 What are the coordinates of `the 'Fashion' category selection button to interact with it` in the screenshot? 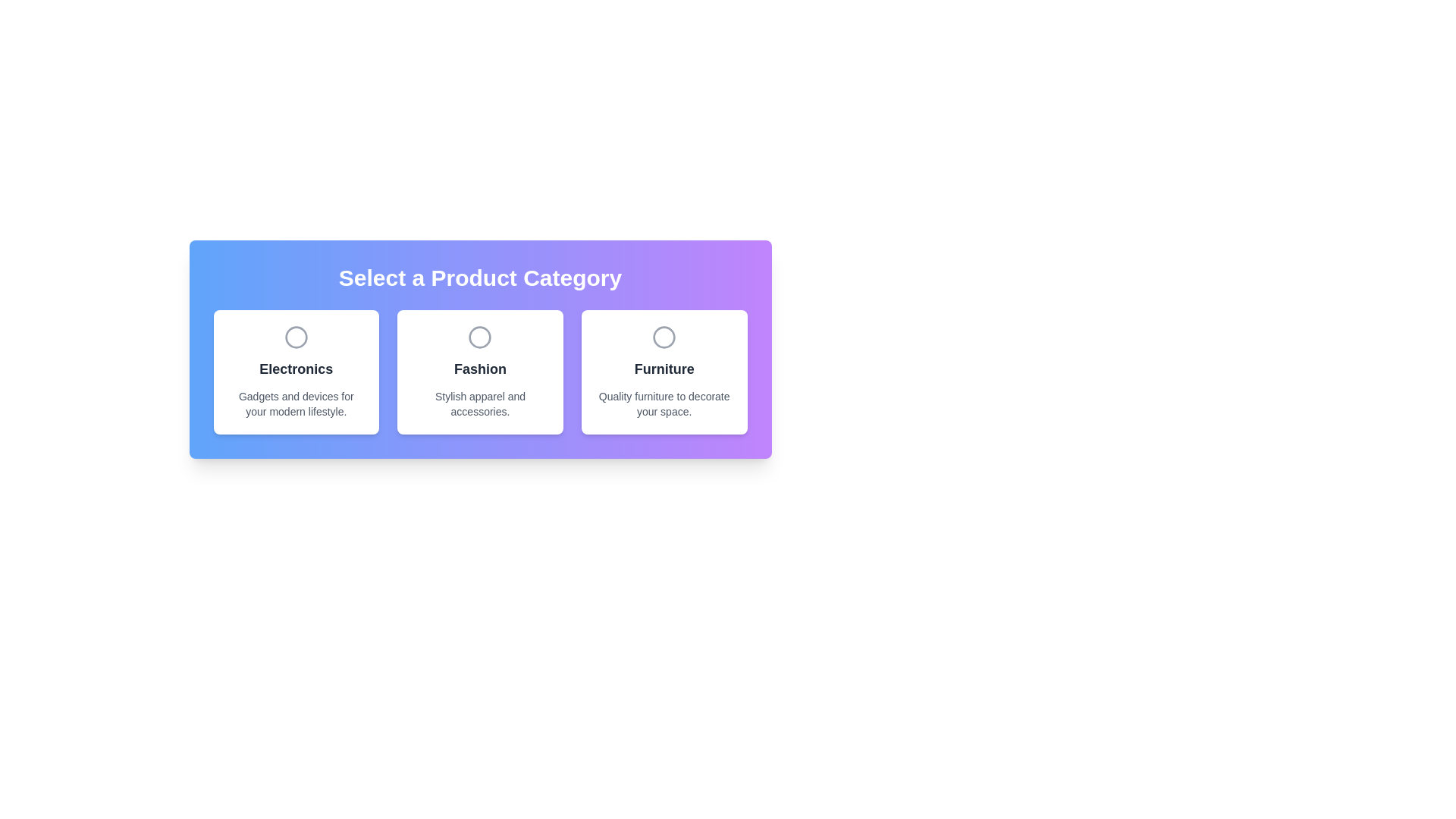 It's located at (479, 350).